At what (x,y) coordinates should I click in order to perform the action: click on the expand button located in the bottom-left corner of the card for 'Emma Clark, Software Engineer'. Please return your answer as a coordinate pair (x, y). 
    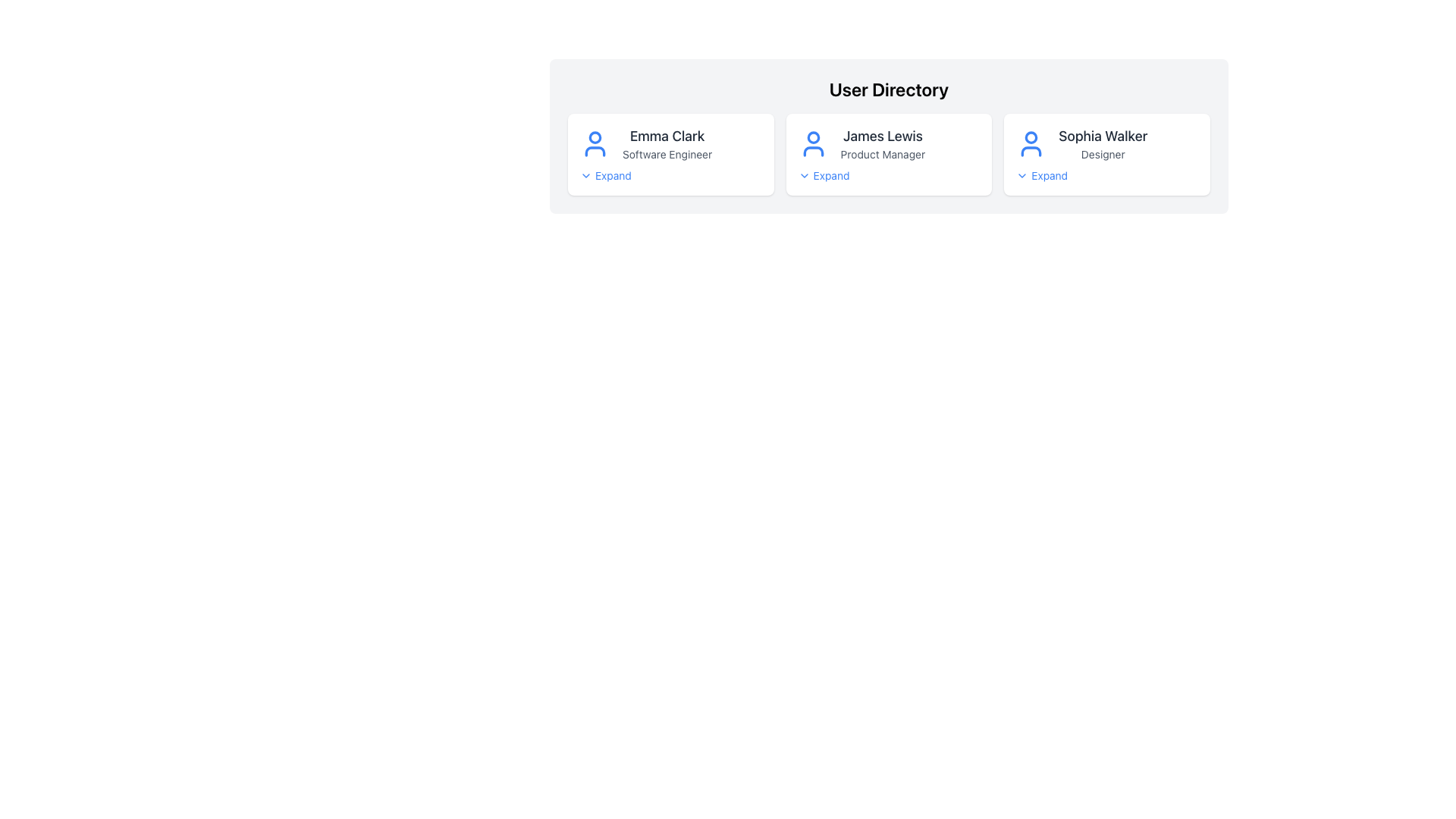
    Looking at the image, I should click on (604, 174).